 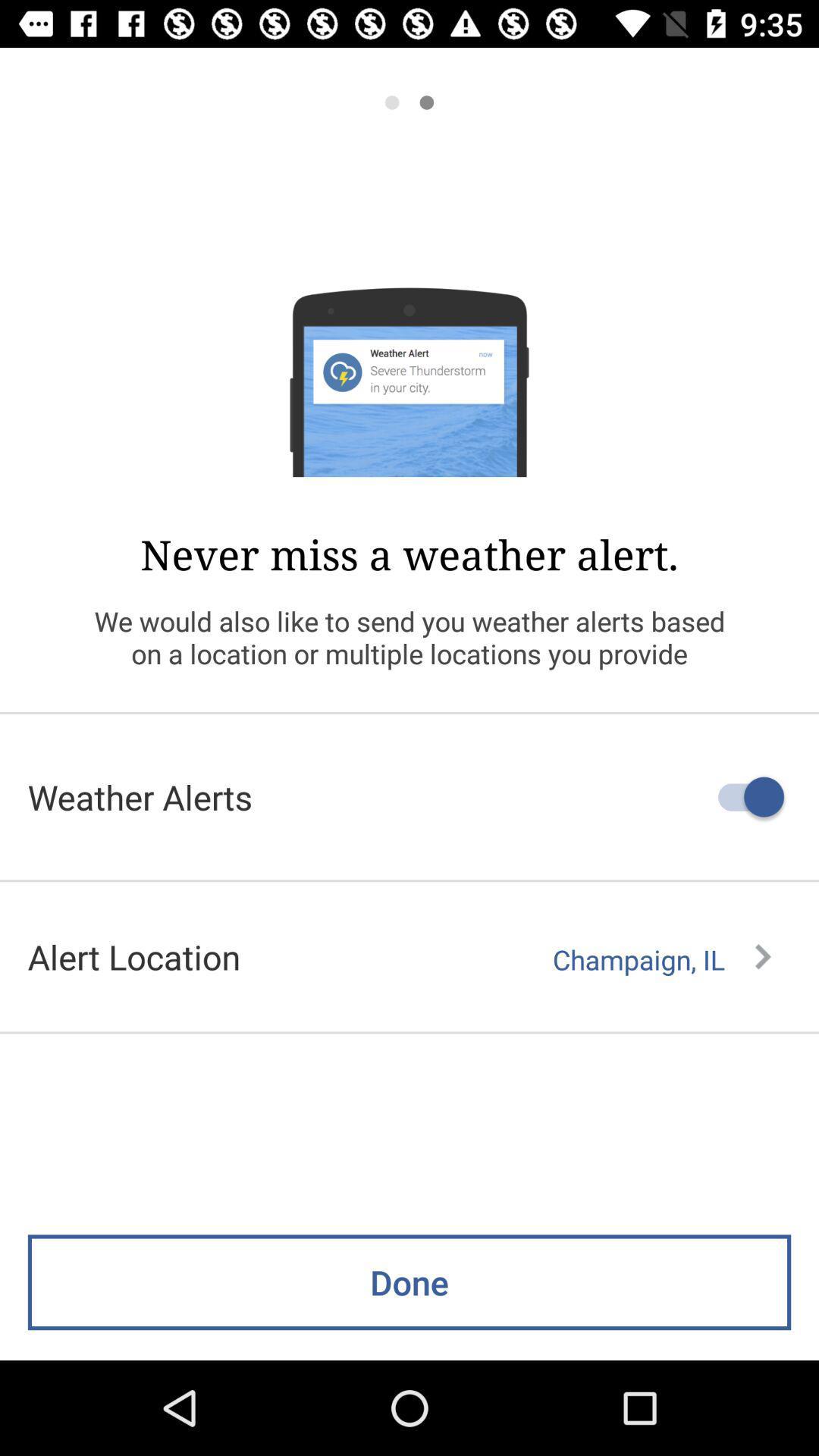 I want to click on champaign, il item, so click(x=661, y=959).